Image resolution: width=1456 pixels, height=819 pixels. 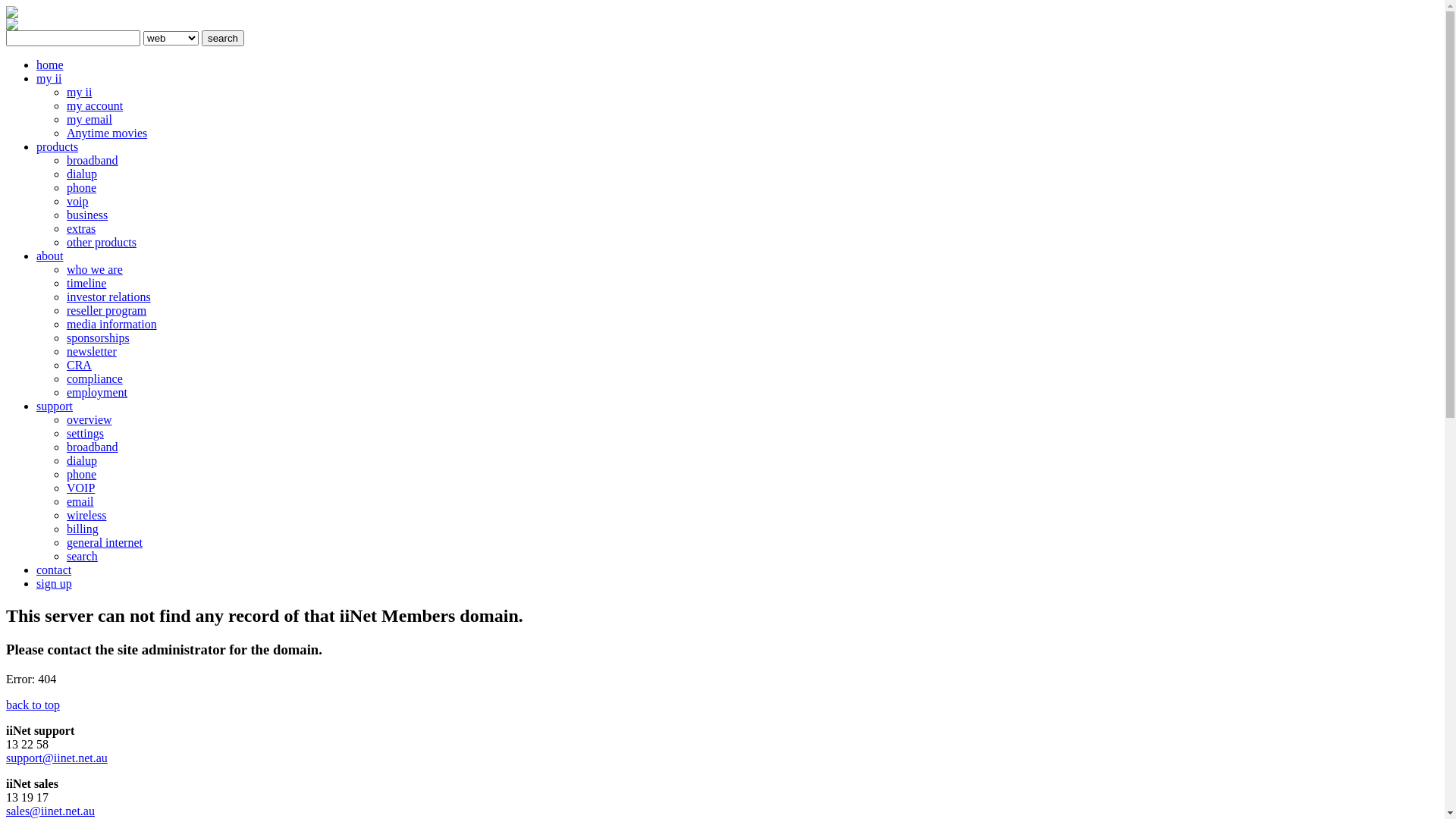 What do you see at coordinates (50, 255) in the screenshot?
I see `'about'` at bounding box center [50, 255].